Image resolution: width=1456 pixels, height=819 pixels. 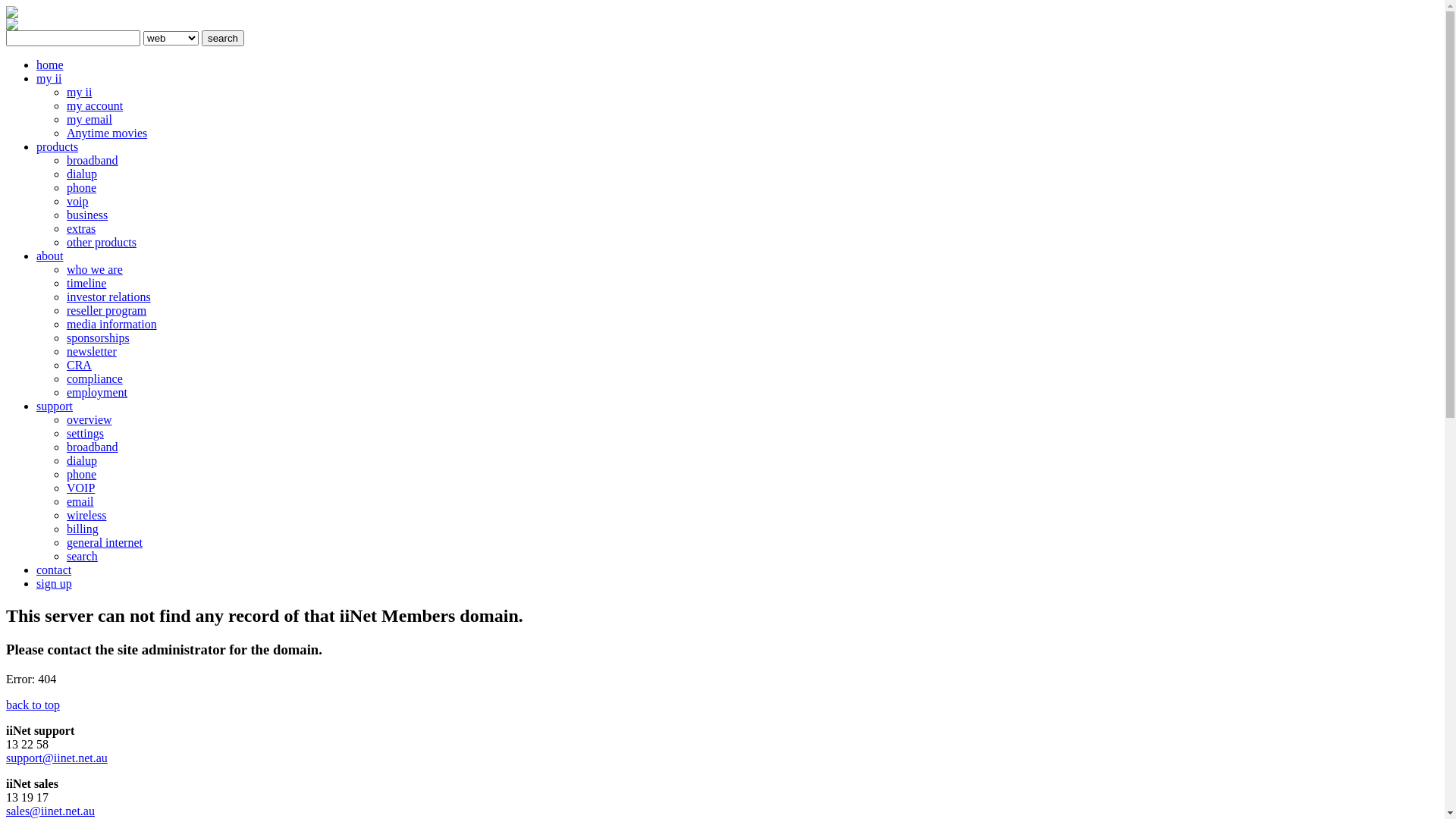 What do you see at coordinates (50, 255) in the screenshot?
I see `'about'` at bounding box center [50, 255].